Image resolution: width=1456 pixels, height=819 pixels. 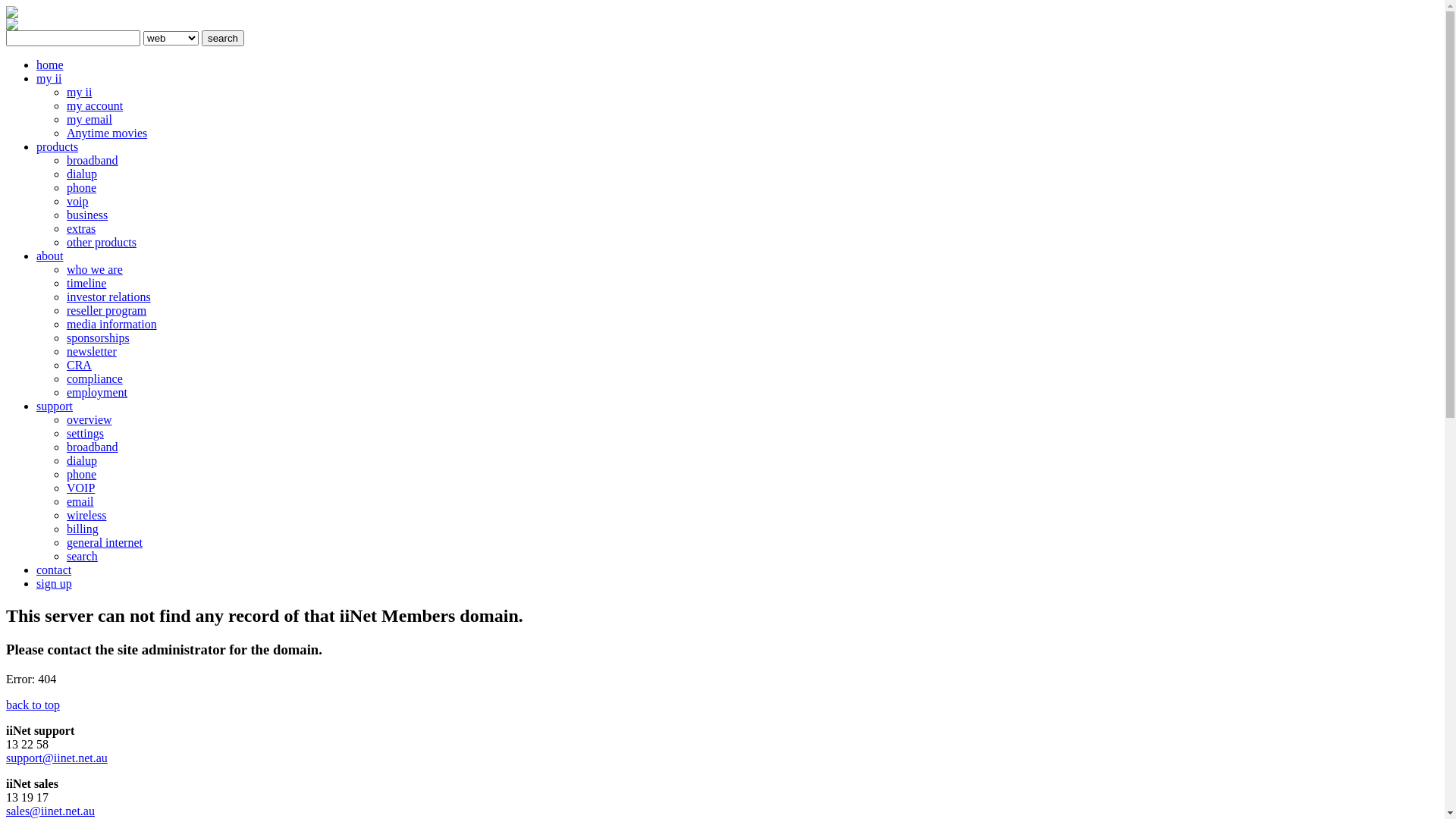 What do you see at coordinates (50, 255) in the screenshot?
I see `'about'` at bounding box center [50, 255].